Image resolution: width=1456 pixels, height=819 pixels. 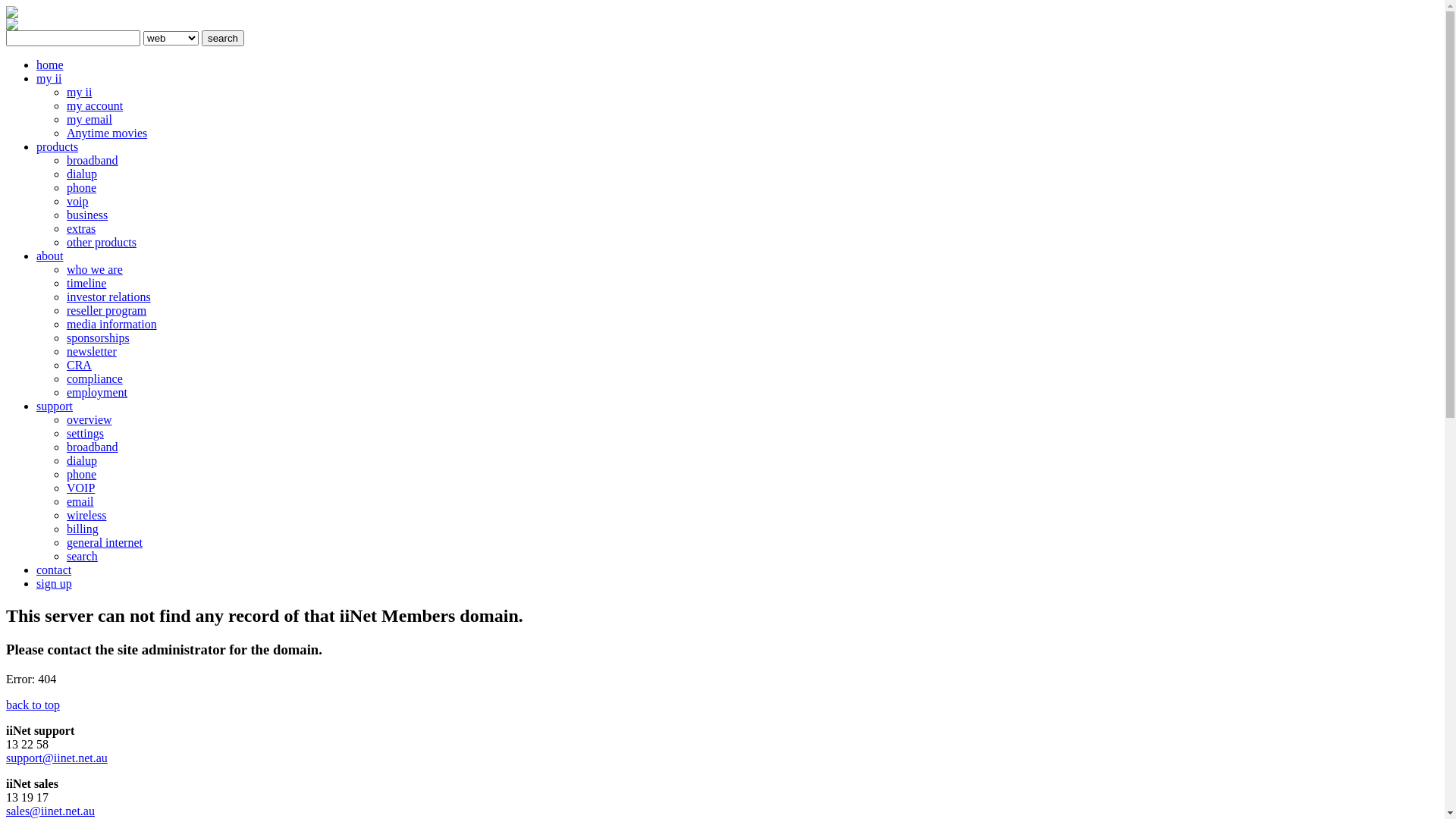 What do you see at coordinates (50, 255) in the screenshot?
I see `'about'` at bounding box center [50, 255].